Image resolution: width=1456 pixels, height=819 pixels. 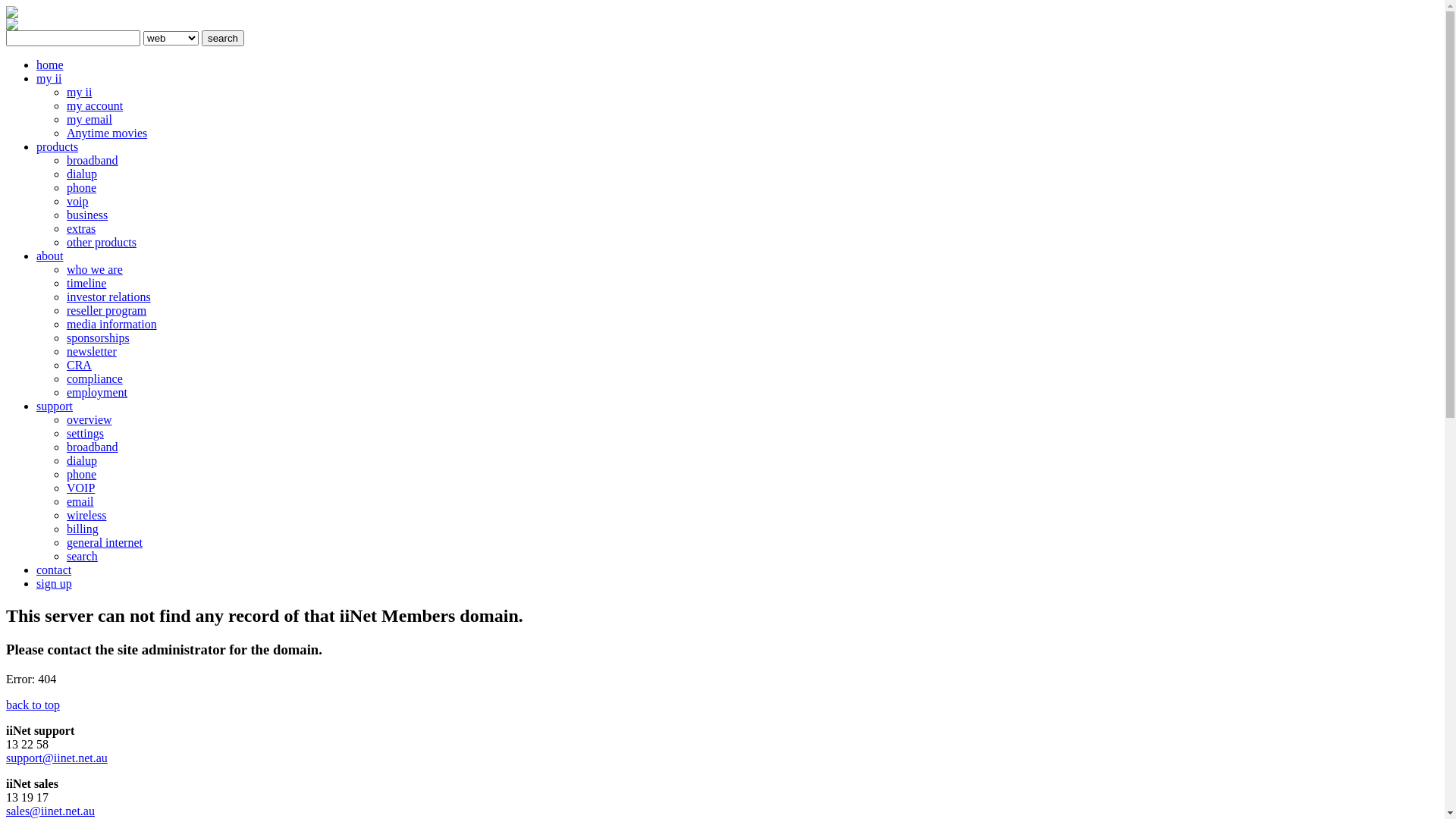 What do you see at coordinates (50, 255) in the screenshot?
I see `'about'` at bounding box center [50, 255].